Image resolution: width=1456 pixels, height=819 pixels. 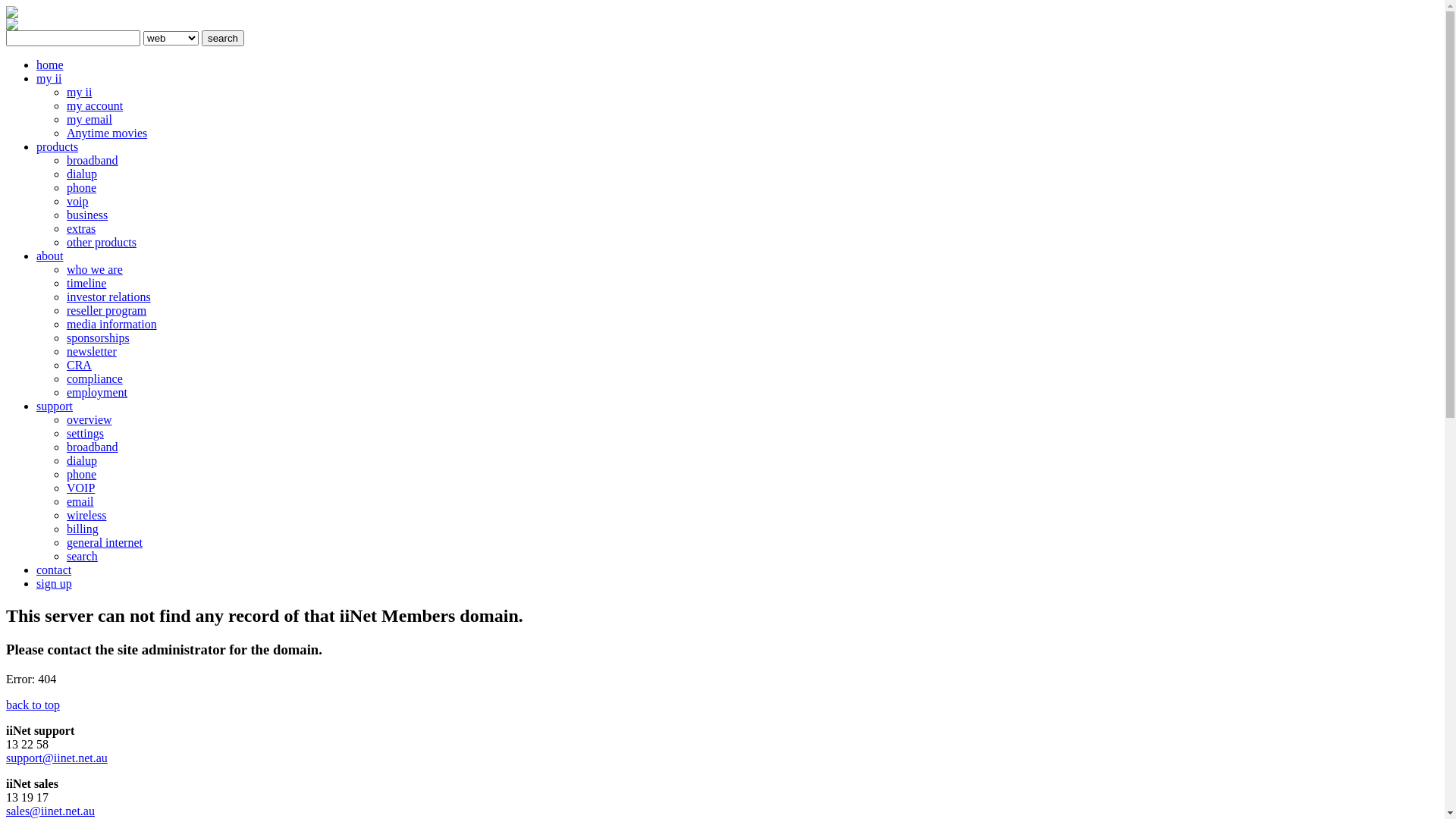 What do you see at coordinates (50, 255) in the screenshot?
I see `'about'` at bounding box center [50, 255].